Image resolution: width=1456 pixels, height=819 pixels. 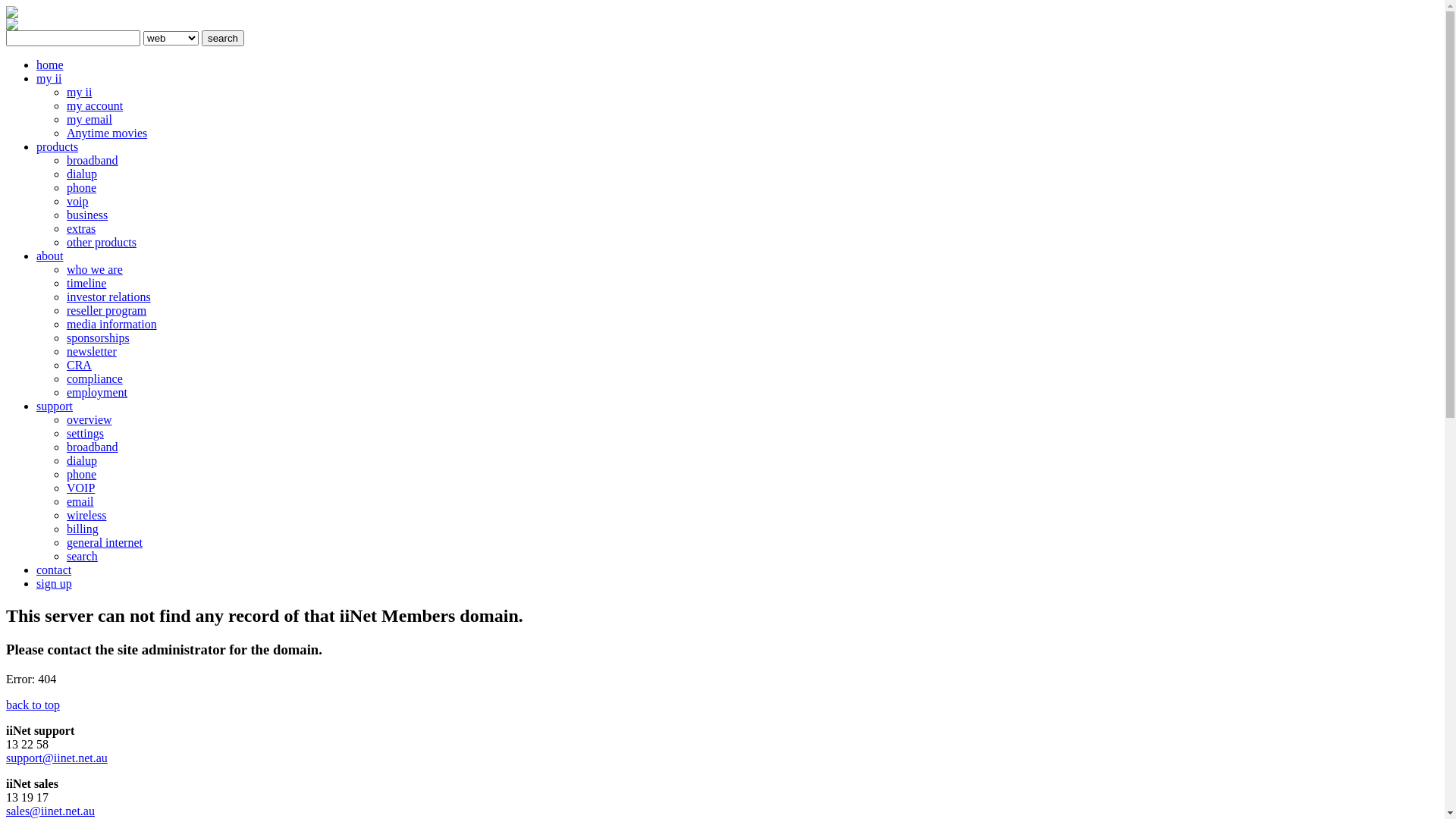 What do you see at coordinates (50, 255) in the screenshot?
I see `'about'` at bounding box center [50, 255].